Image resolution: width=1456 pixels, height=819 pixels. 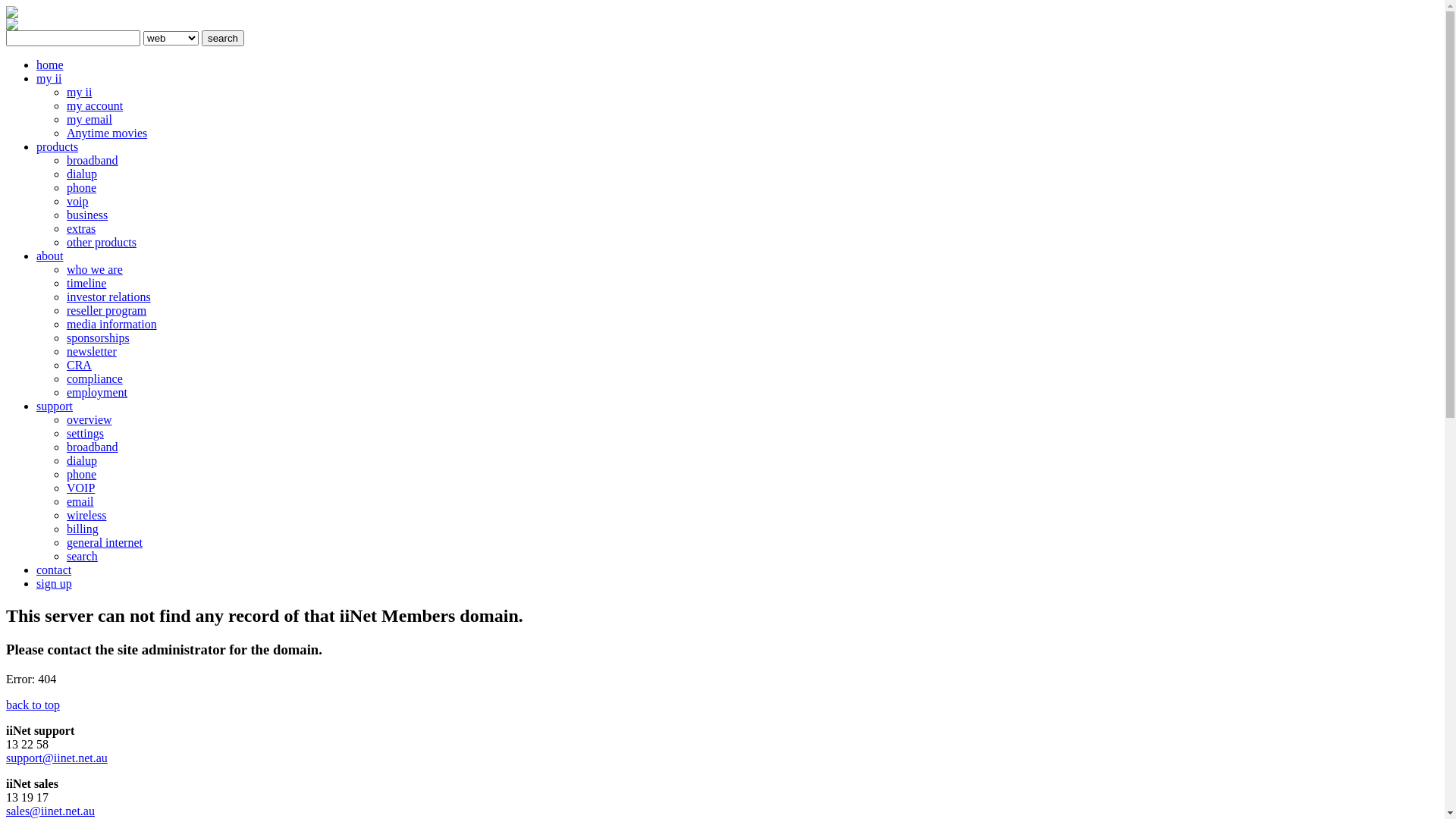 What do you see at coordinates (50, 255) in the screenshot?
I see `'about'` at bounding box center [50, 255].